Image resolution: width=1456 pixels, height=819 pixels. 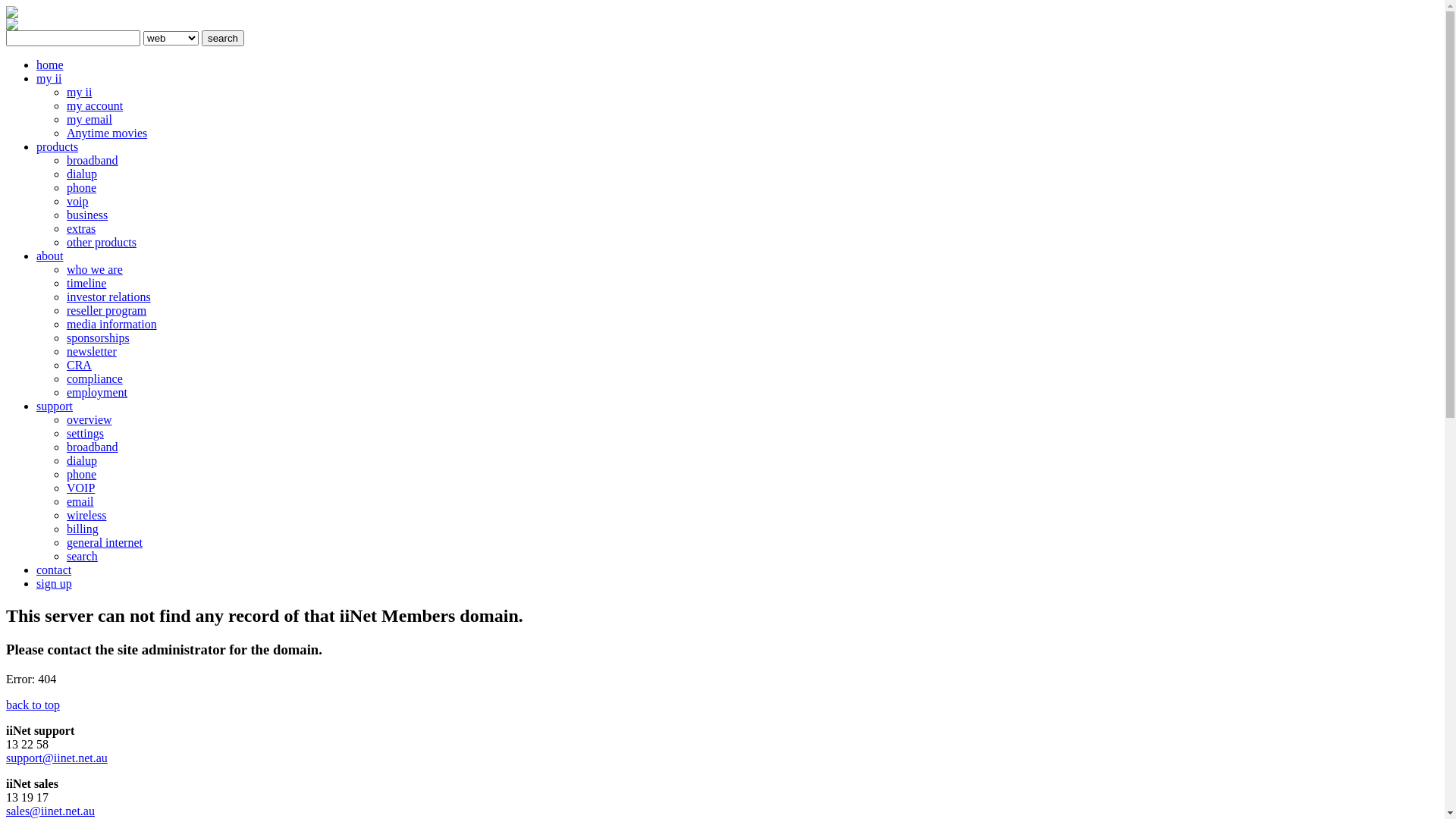 What do you see at coordinates (50, 255) in the screenshot?
I see `'about'` at bounding box center [50, 255].